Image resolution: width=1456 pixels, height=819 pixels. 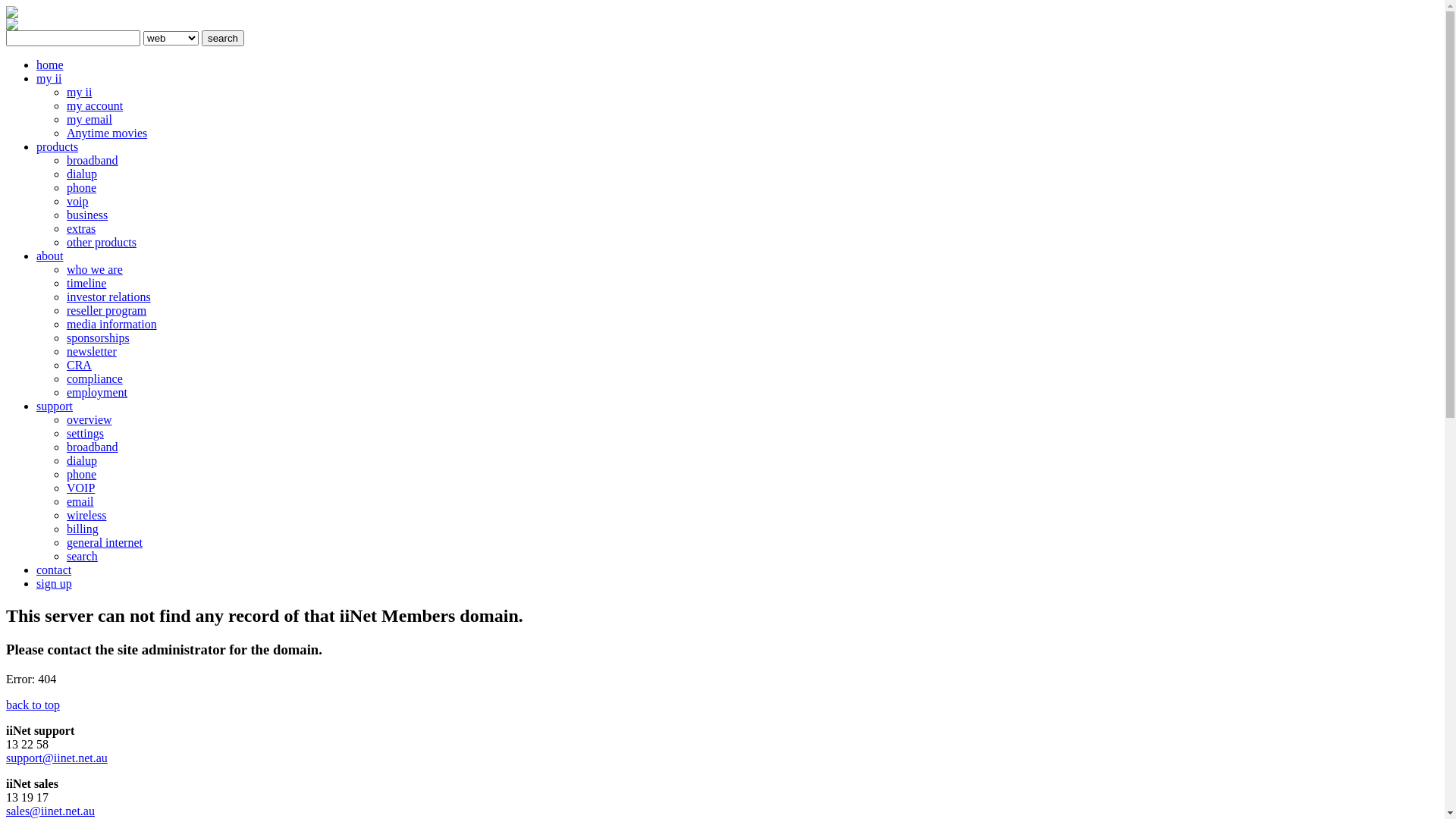 What do you see at coordinates (50, 255) in the screenshot?
I see `'about'` at bounding box center [50, 255].